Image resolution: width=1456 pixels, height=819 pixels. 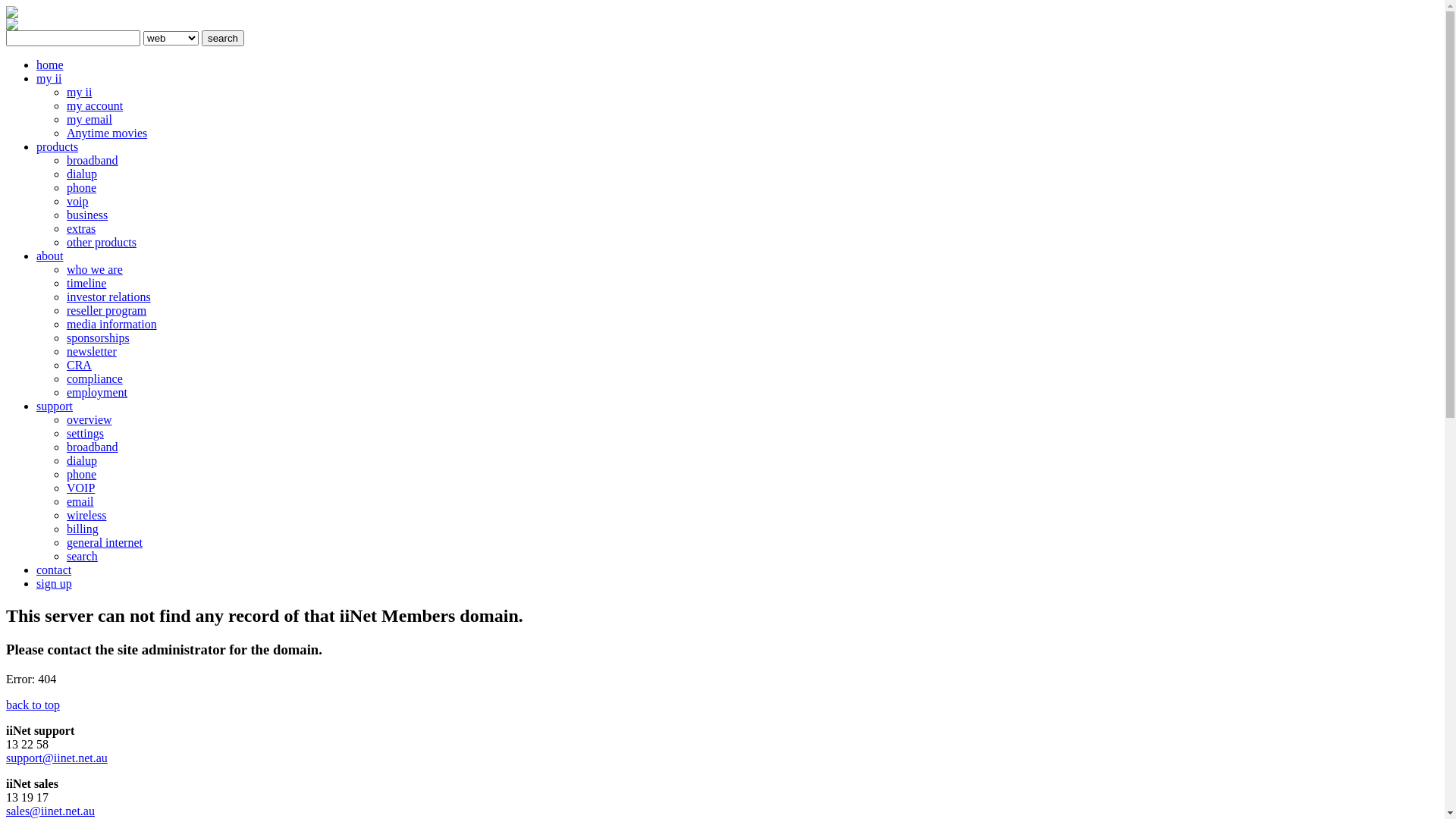 What do you see at coordinates (50, 255) in the screenshot?
I see `'about'` at bounding box center [50, 255].